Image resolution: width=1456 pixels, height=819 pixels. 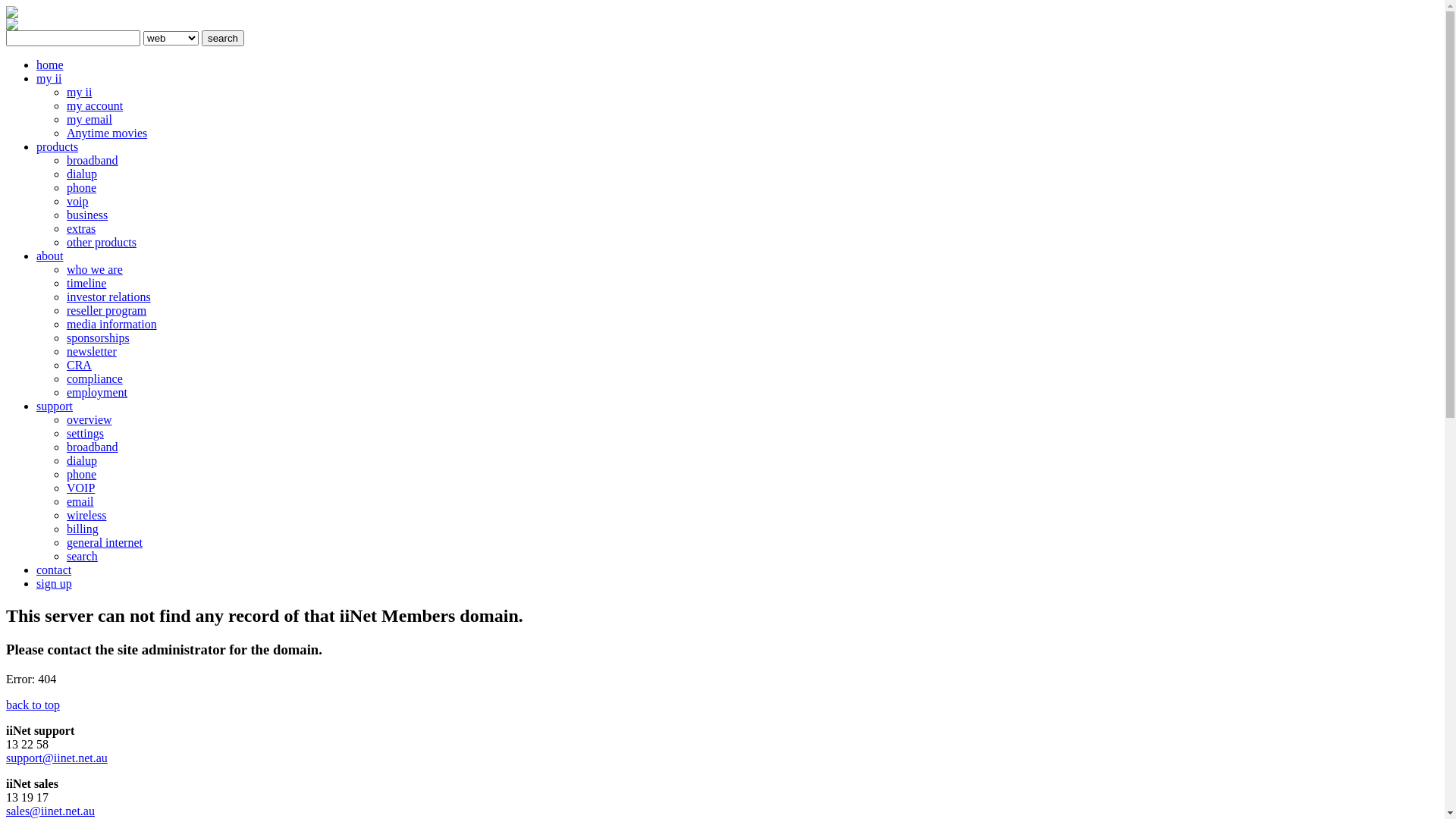 What do you see at coordinates (50, 255) in the screenshot?
I see `'about'` at bounding box center [50, 255].